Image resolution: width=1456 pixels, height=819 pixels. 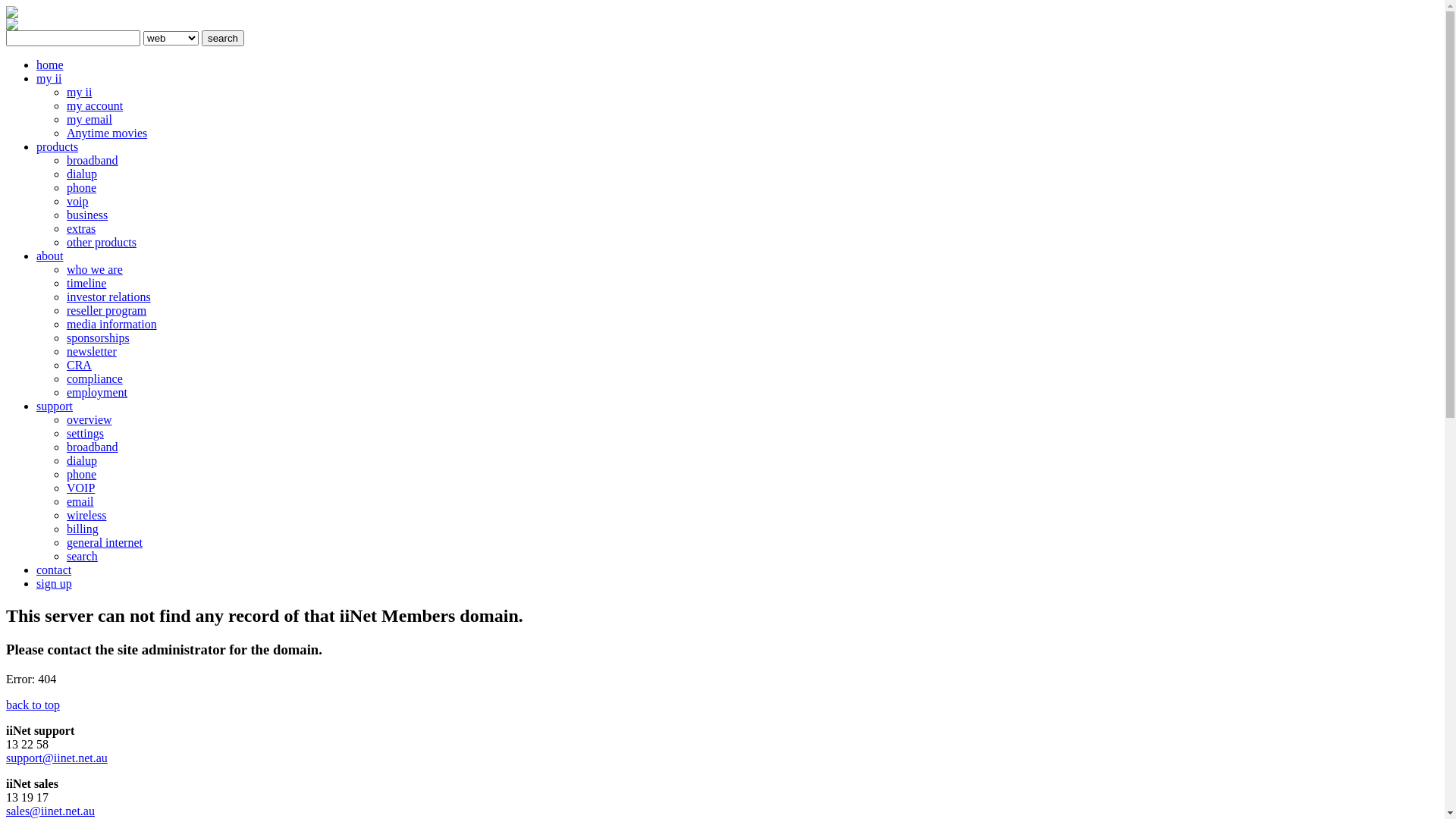 What do you see at coordinates (50, 255) in the screenshot?
I see `'about'` at bounding box center [50, 255].